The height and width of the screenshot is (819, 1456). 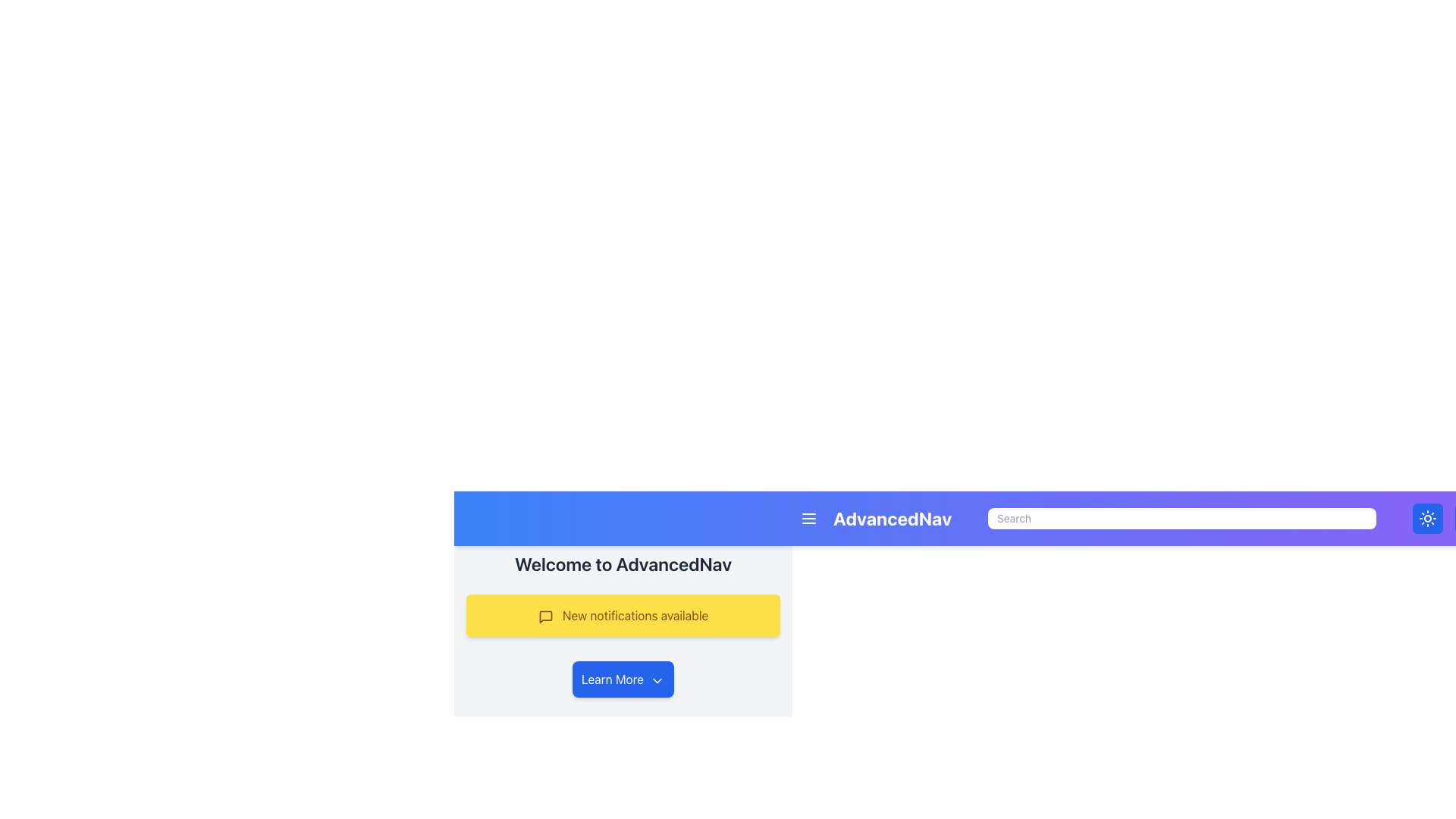 I want to click on the menu toggle button located in the navigation bar at the top left of the 'AdvancedNav' text to interact with the navigation drawer, so click(x=808, y=517).